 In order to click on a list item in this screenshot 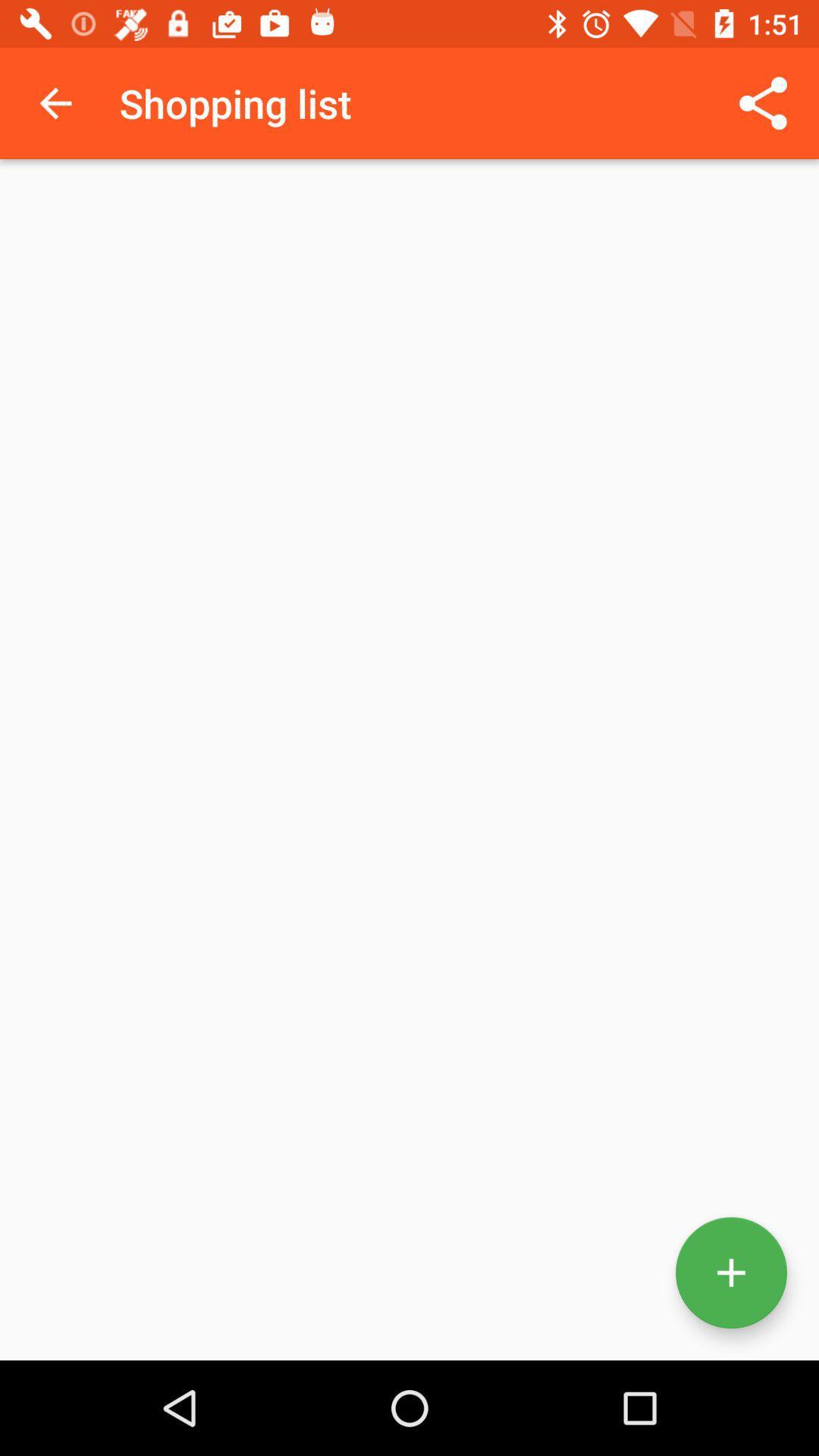, I will do `click(730, 1272)`.